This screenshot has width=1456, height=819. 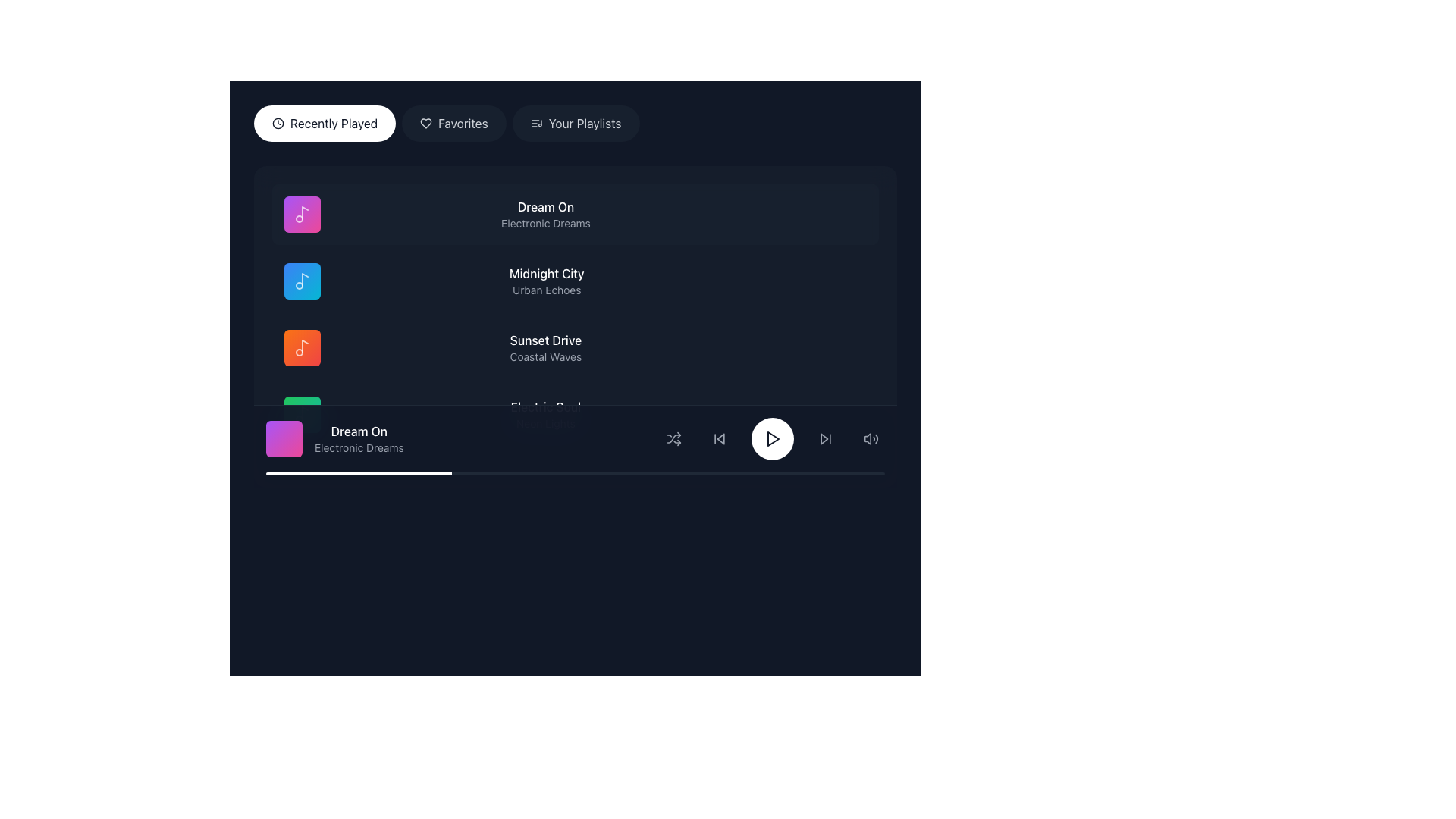 What do you see at coordinates (720, 438) in the screenshot?
I see `the triangular-shaped skip-back button located in the bottom control bar, next to the play/pause and skip-forward icons, to skip backward` at bounding box center [720, 438].